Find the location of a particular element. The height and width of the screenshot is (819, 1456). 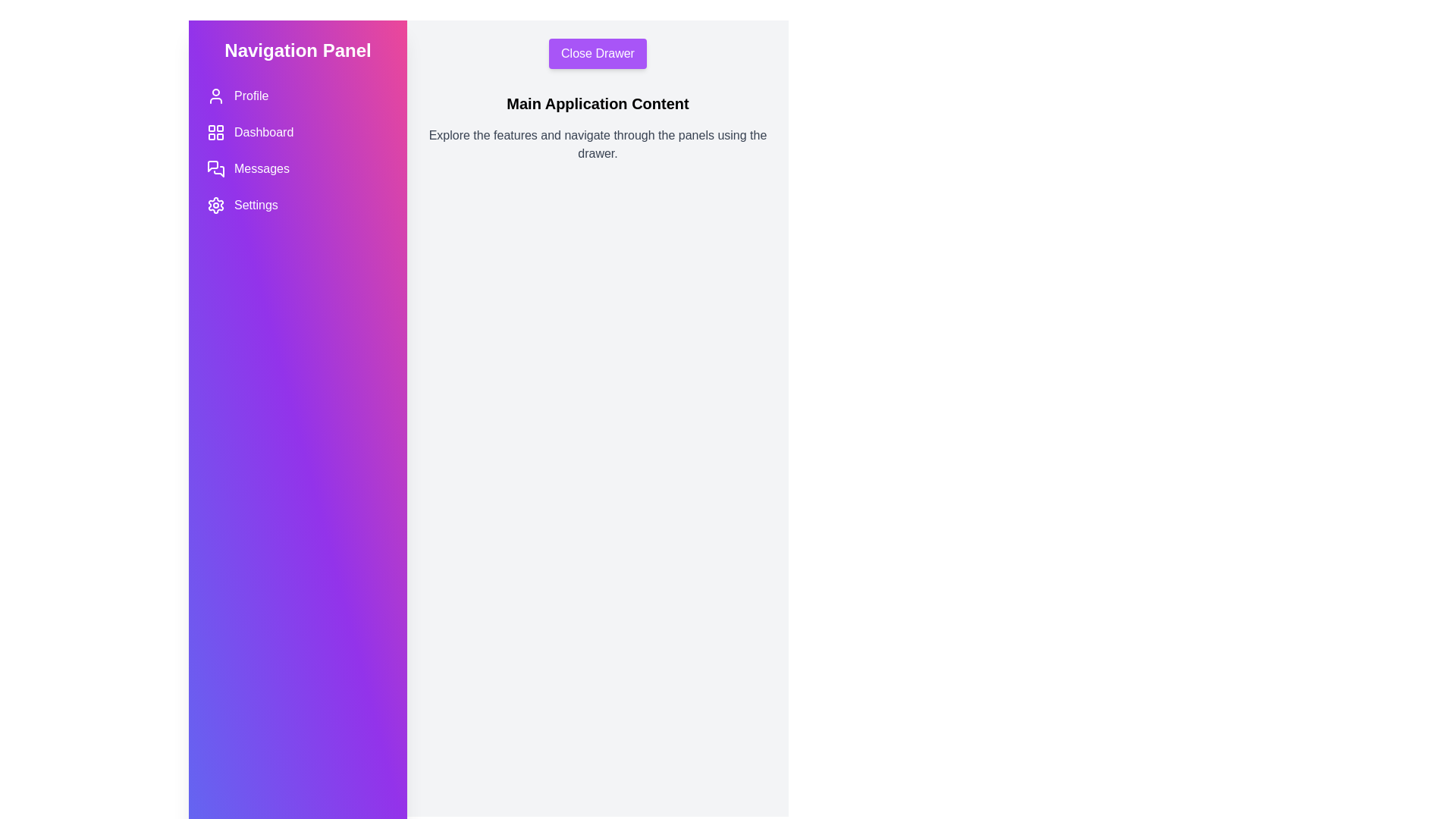

the 'Main Application Content' text and prepare to interact with it is located at coordinates (597, 103).